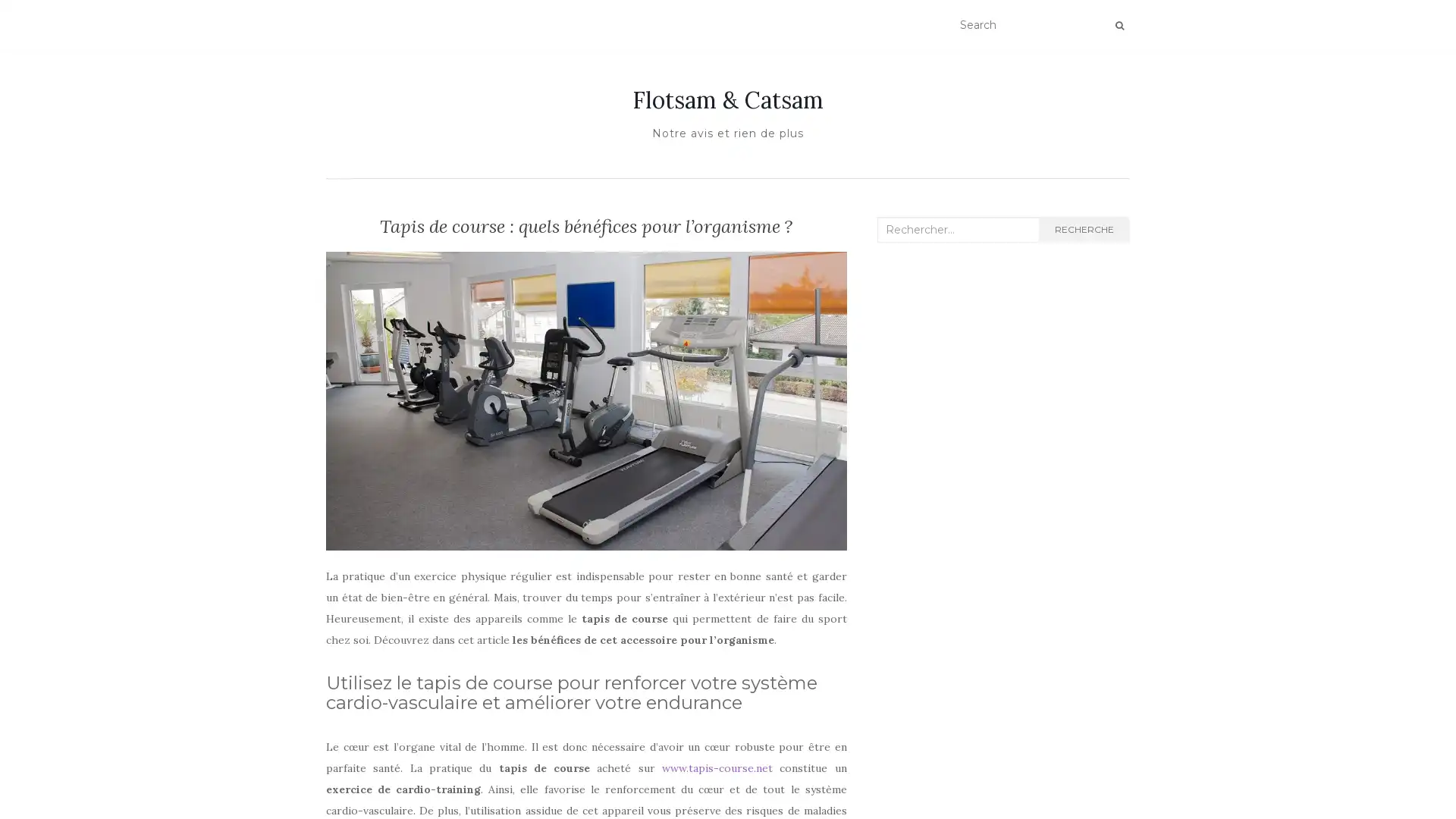 This screenshot has width=1456, height=819. Describe the element at coordinates (1083, 230) in the screenshot. I see `RECHERCHE` at that location.